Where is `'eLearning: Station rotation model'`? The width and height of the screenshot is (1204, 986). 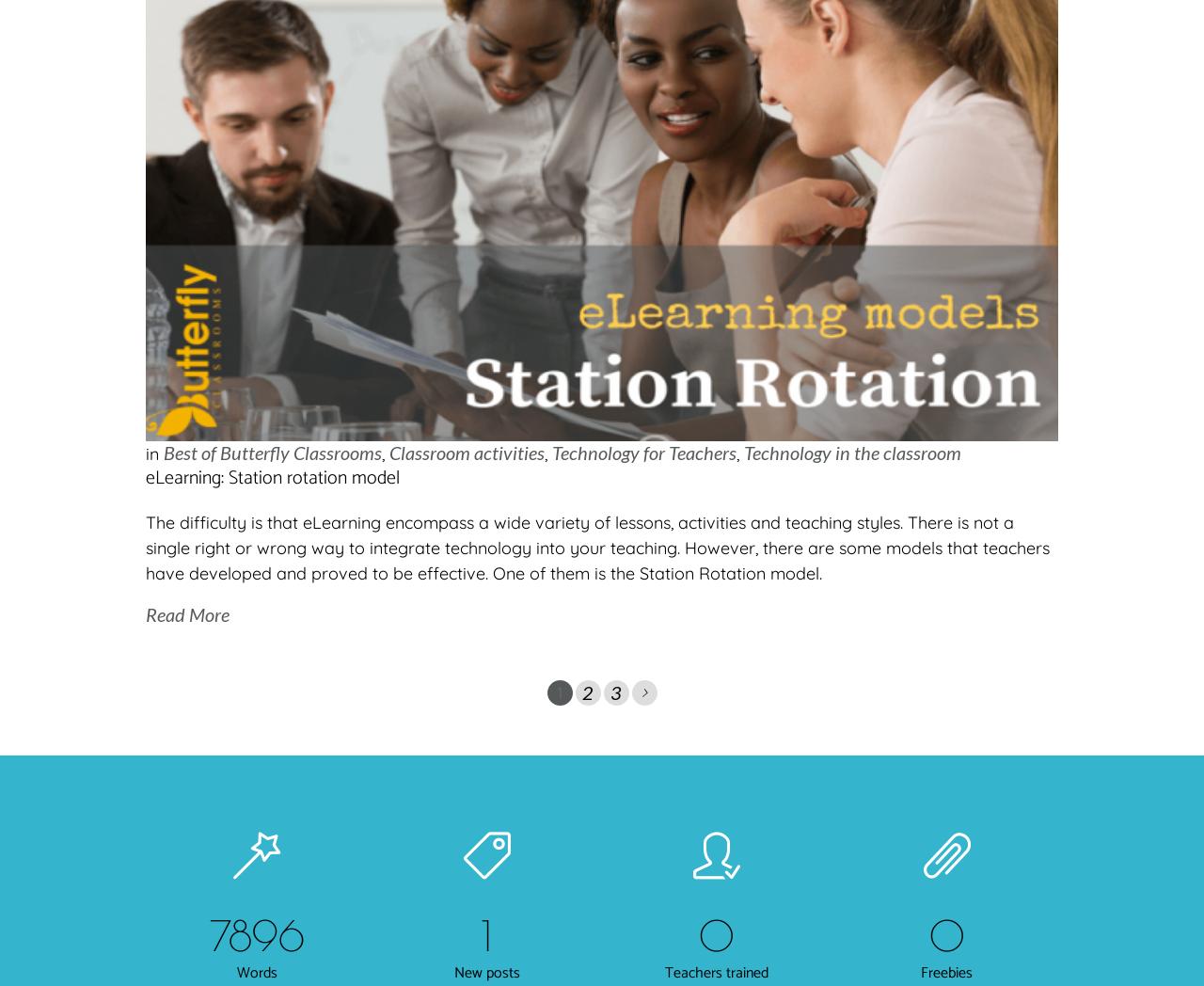 'eLearning: Station rotation model' is located at coordinates (272, 477).